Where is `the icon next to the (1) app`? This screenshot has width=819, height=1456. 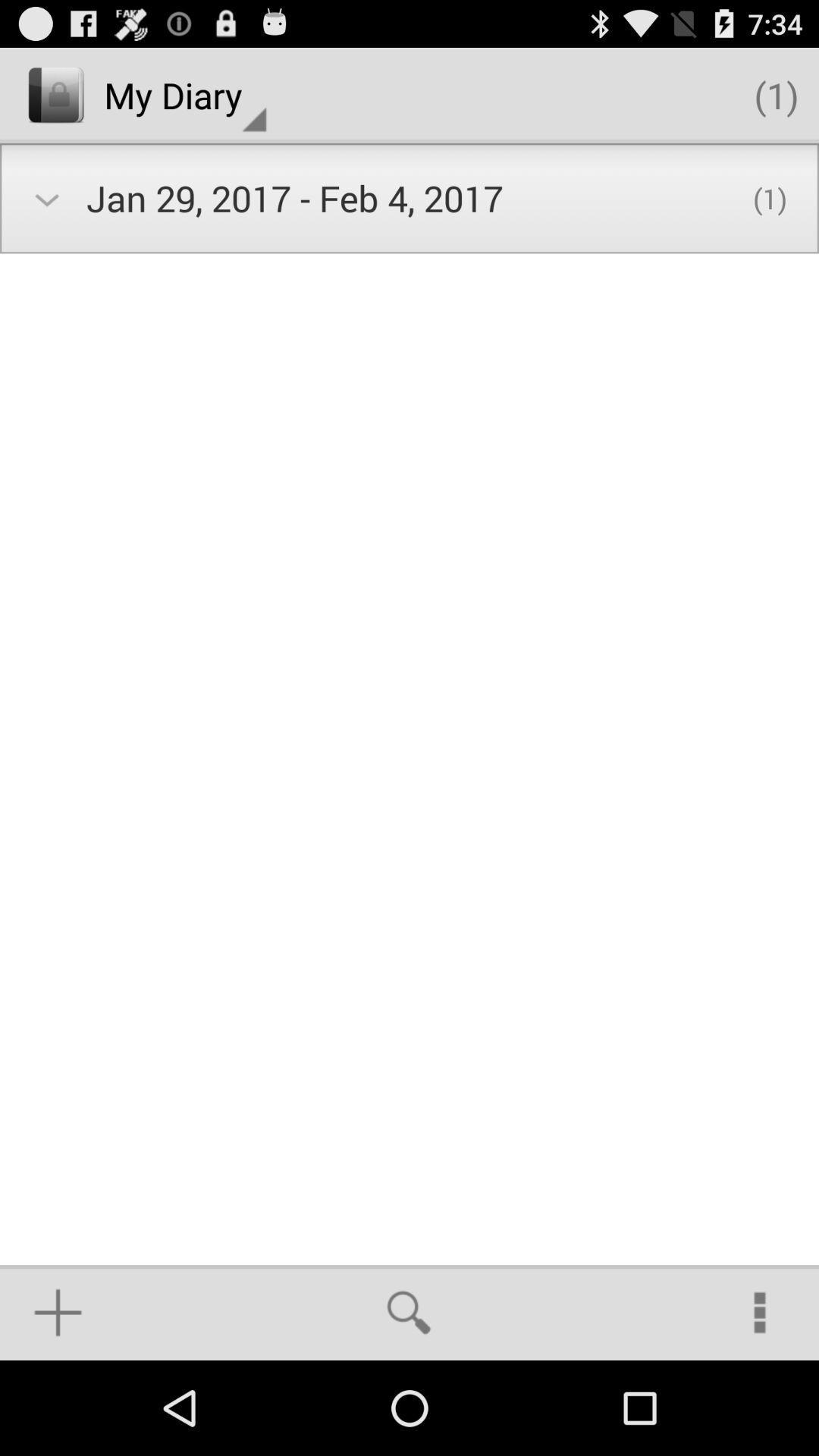
the icon next to the (1) app is located at coordinates (184, 94).